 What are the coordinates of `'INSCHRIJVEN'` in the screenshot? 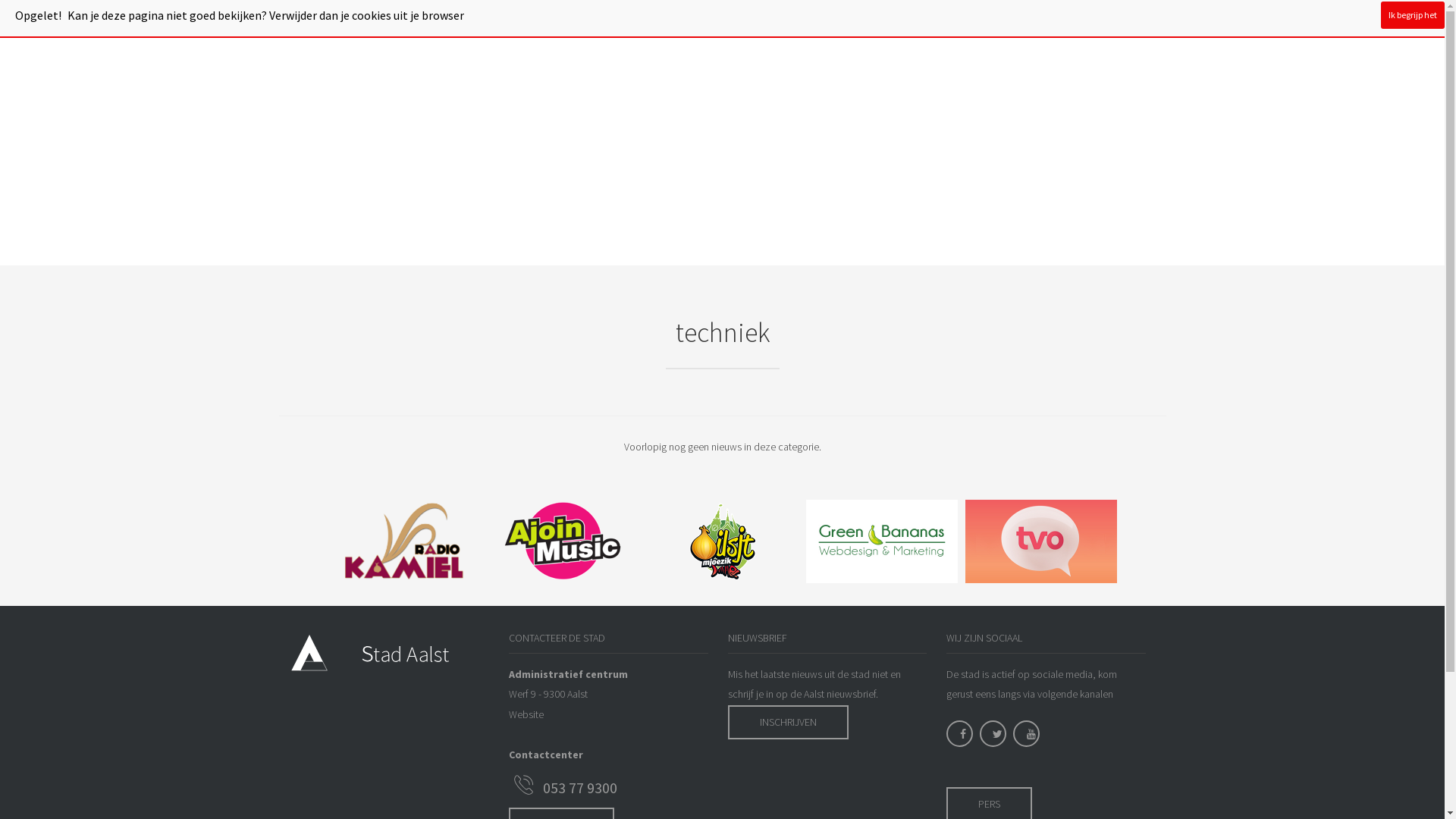 It's located at (788, 721).